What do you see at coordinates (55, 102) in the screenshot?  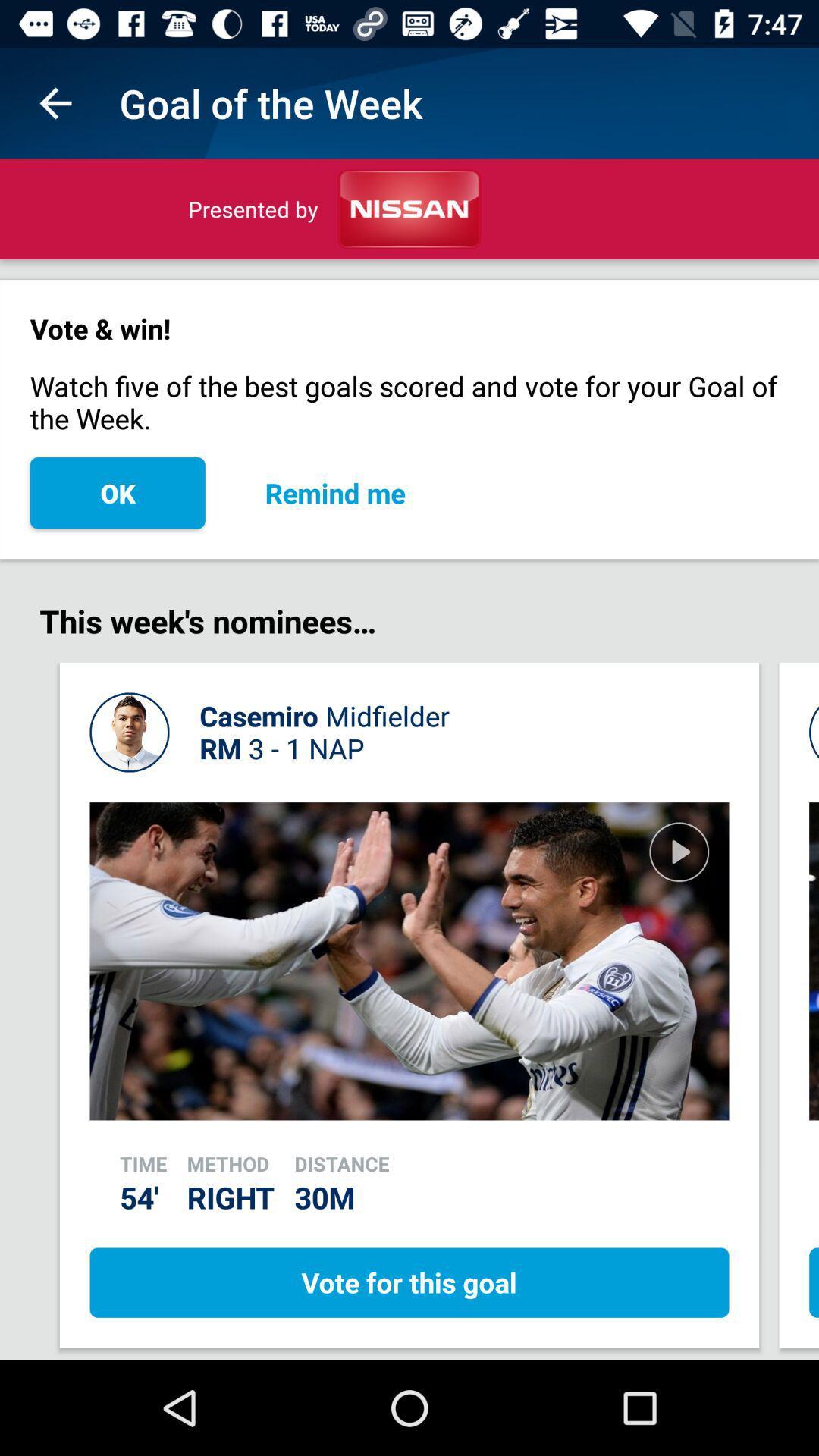 I see `go back` at bounding box center [55, 102].